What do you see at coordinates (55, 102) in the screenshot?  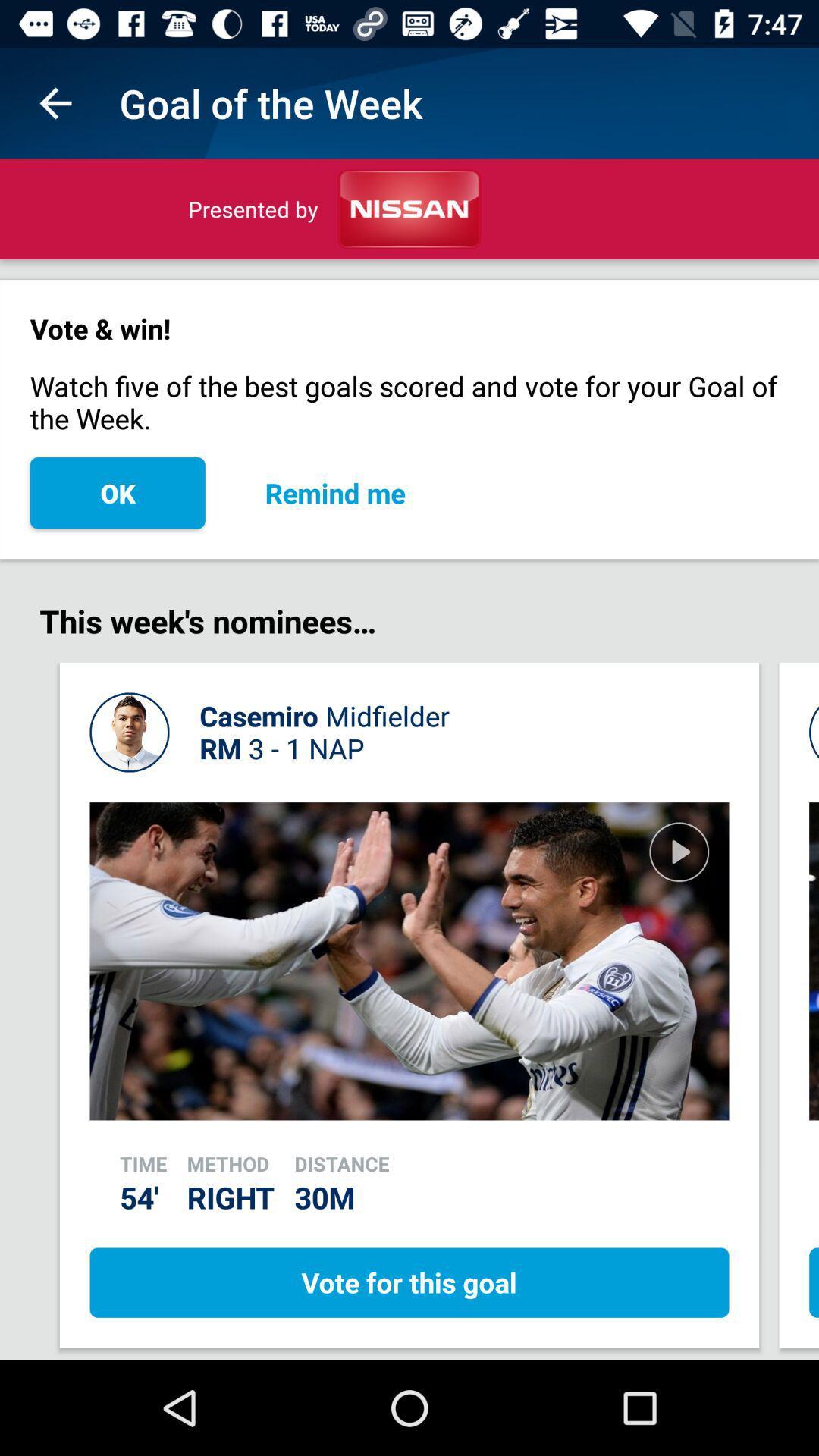 I see `go back` at bounding box center [55, 102].